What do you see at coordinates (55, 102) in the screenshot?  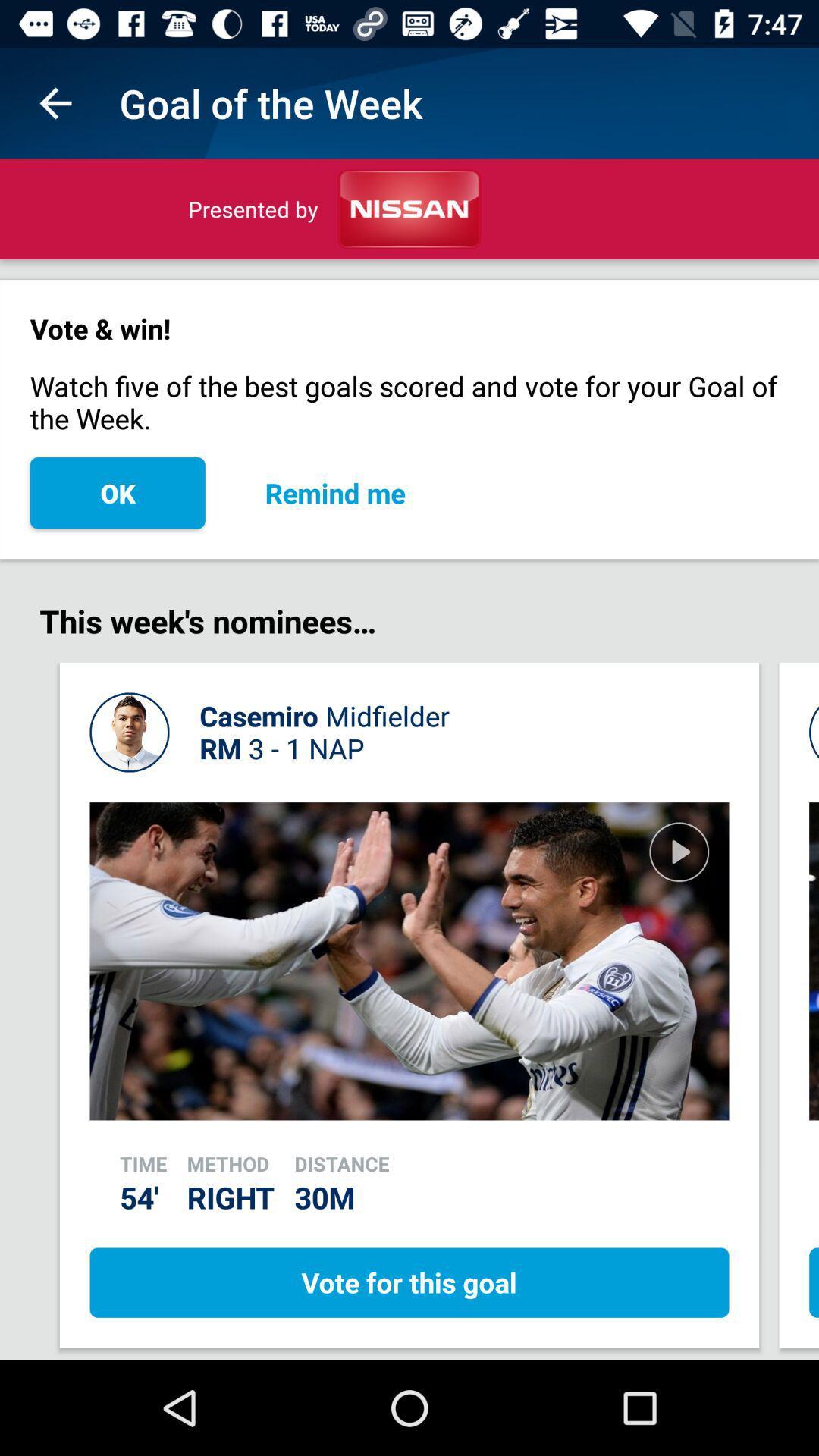 I see `go back` at bounding box center [55, 102].